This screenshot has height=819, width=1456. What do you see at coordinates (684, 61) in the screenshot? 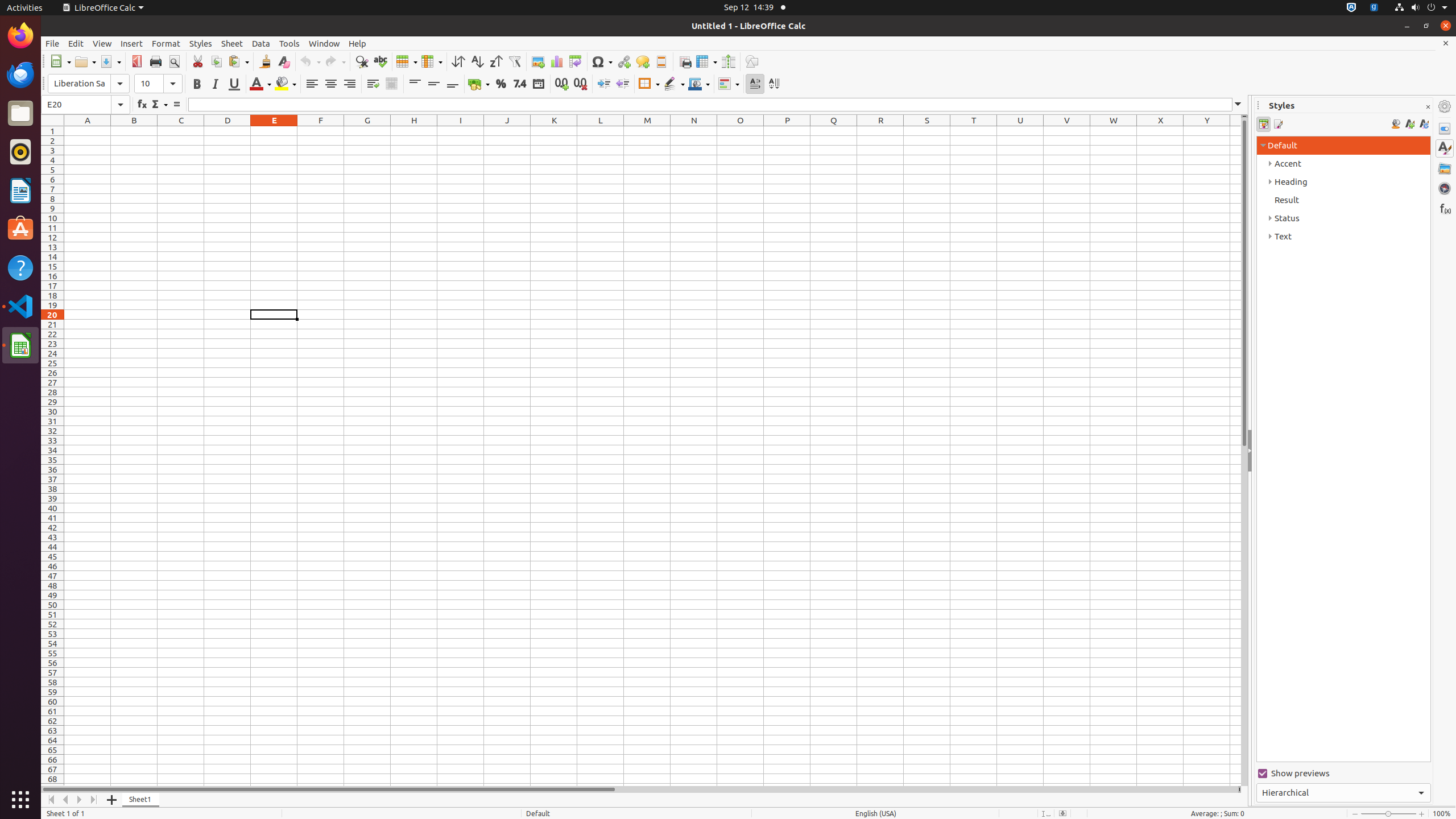
I see `'Print Area'` at bounding box center [684, 61].